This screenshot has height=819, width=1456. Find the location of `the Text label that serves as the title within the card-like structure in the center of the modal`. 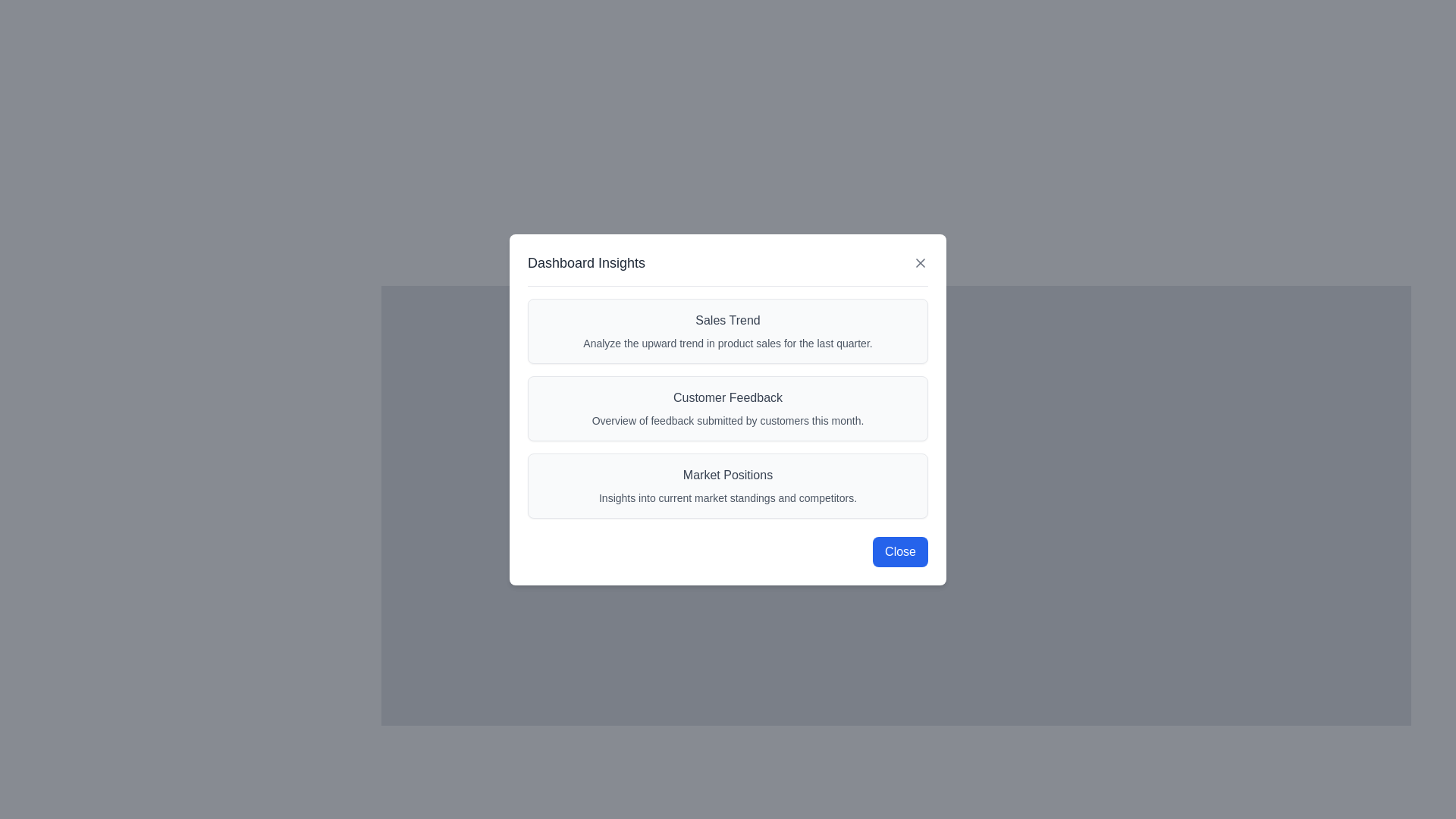

the Text label that serves as the title within the card-like structure in the center of the modal is located at coordinates (728, 397).